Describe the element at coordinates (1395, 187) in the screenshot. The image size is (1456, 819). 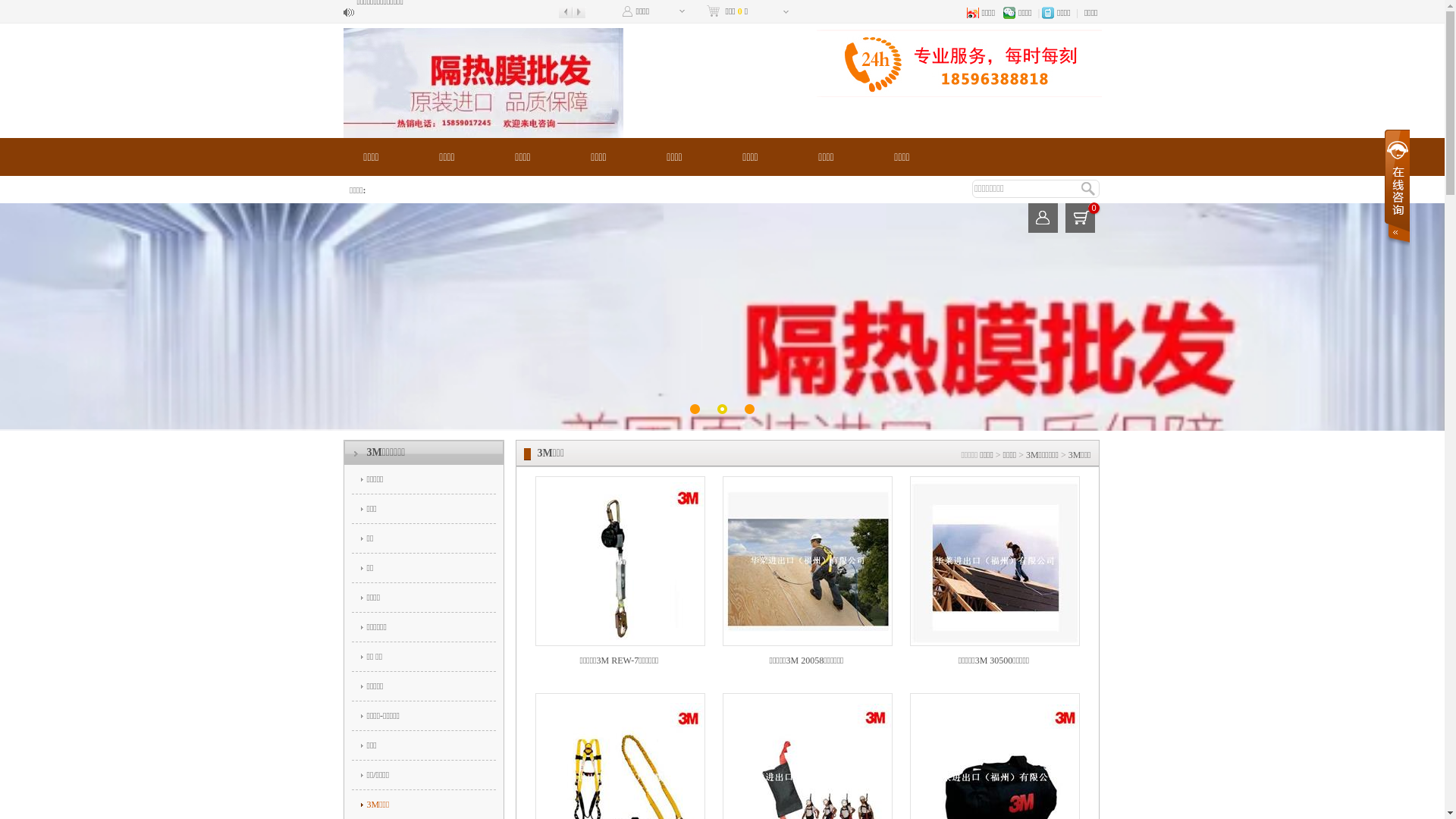
I see `' '` at that location.